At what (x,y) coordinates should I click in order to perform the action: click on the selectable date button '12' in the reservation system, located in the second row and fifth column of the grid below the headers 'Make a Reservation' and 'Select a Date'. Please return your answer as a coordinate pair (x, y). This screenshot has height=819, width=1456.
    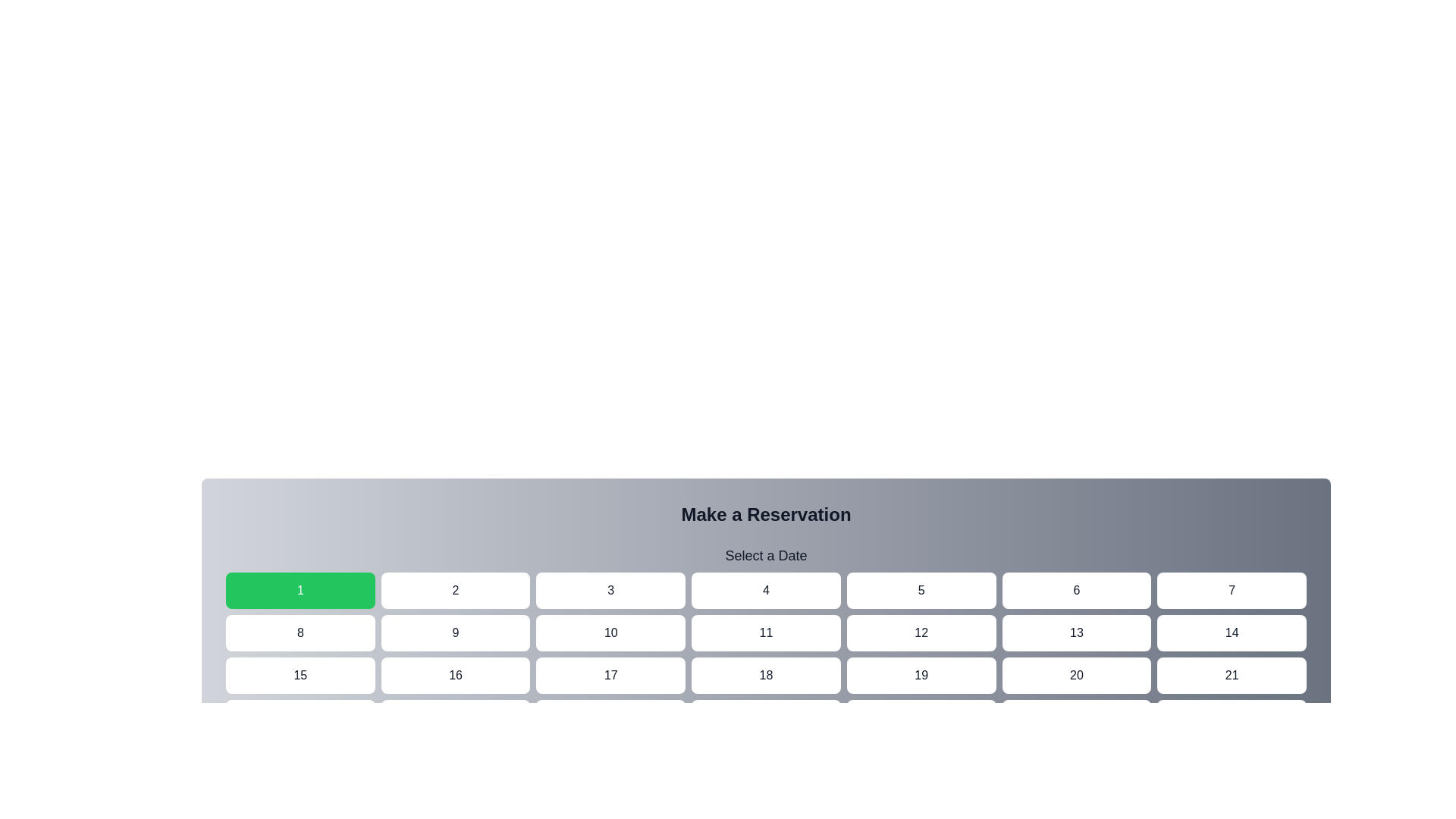
    Looking at the image, I should click on (921, 632).